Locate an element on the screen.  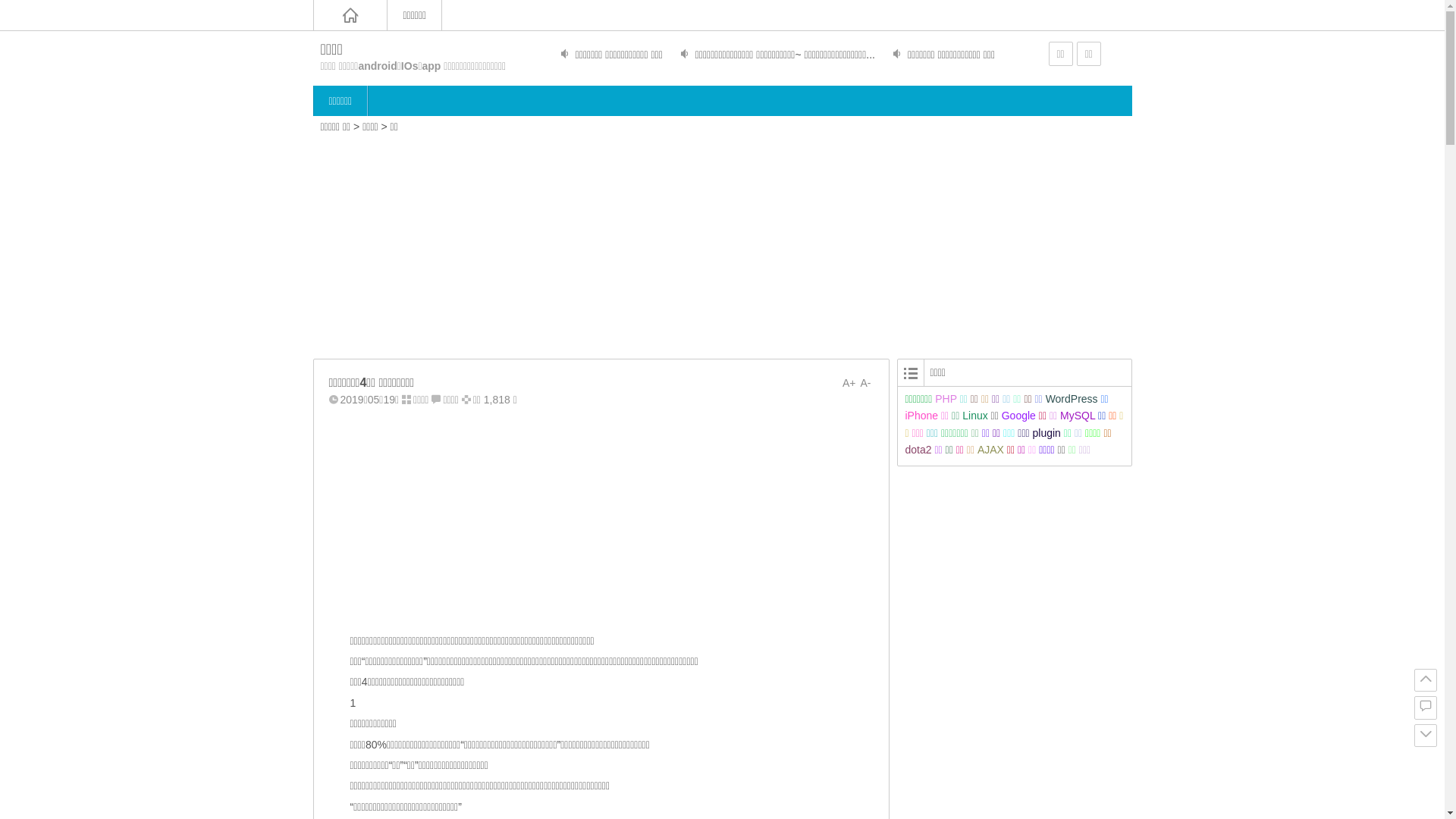
'dota2' is located at coordinates (918, 449).